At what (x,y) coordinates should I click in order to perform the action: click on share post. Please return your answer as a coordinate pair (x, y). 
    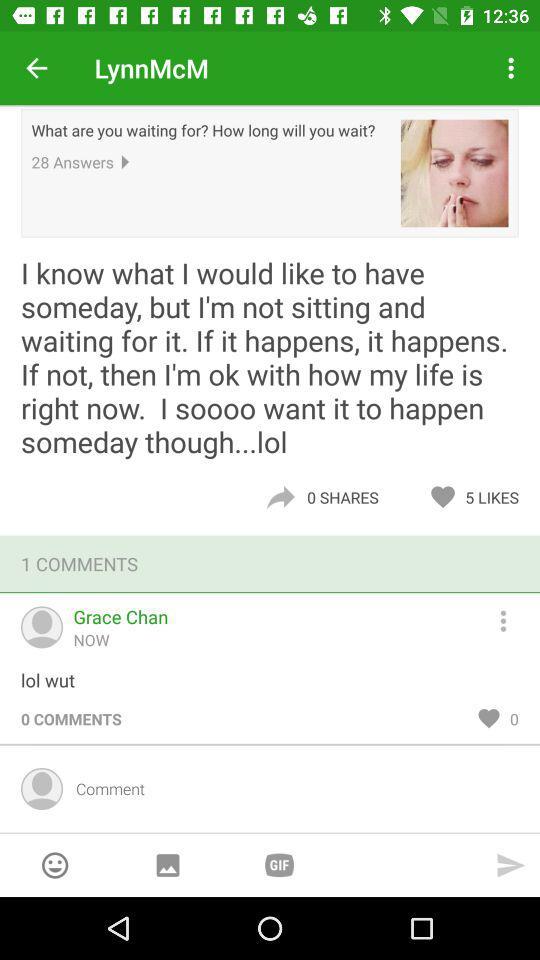
    Looking at the image, I should click on (279, 496).